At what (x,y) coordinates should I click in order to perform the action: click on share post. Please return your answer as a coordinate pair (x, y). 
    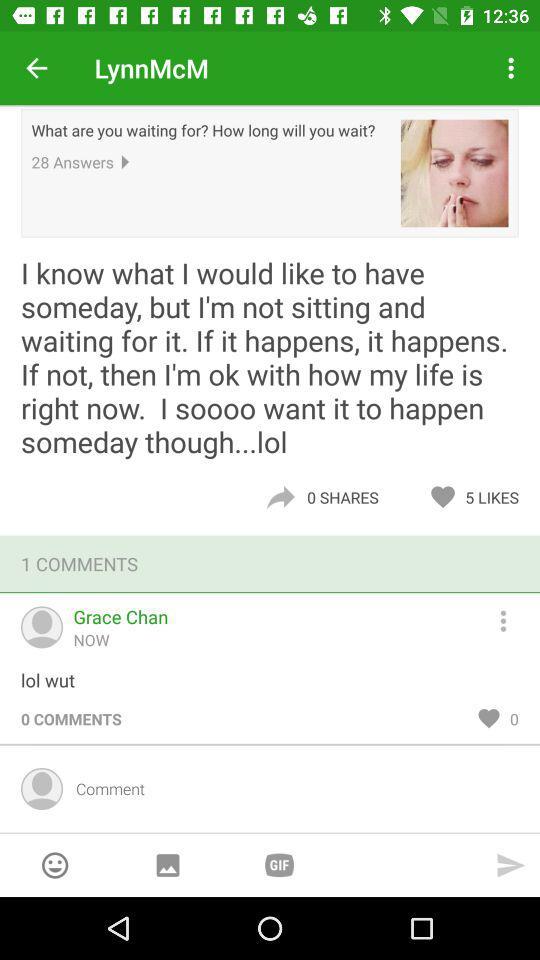
    Looking at the image, I should click on (279, 496).